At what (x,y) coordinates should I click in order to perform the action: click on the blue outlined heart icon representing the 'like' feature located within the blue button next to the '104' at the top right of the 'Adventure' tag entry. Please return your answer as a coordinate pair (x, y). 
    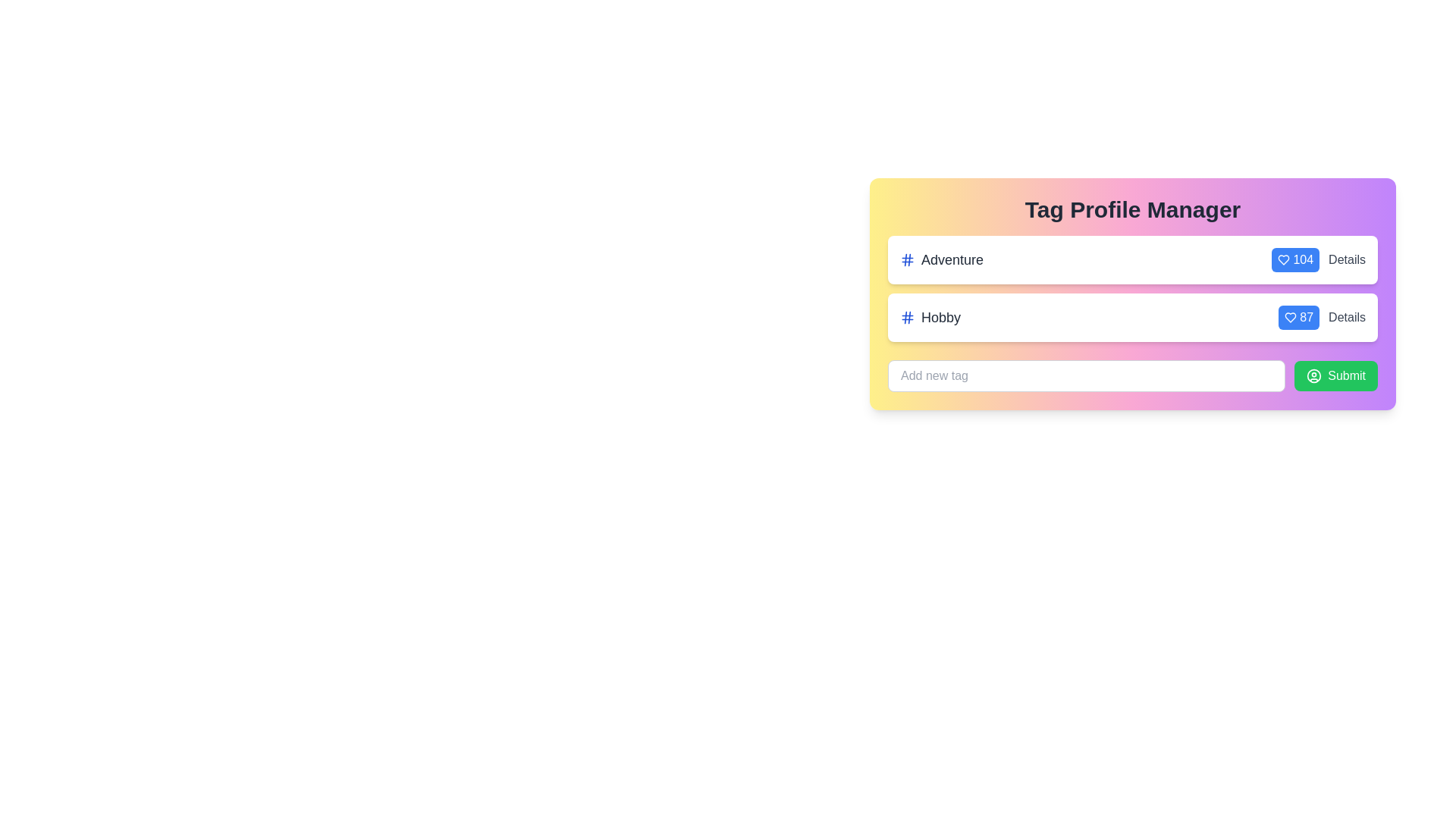
    Looking at the image, I should click on (1283, 259).